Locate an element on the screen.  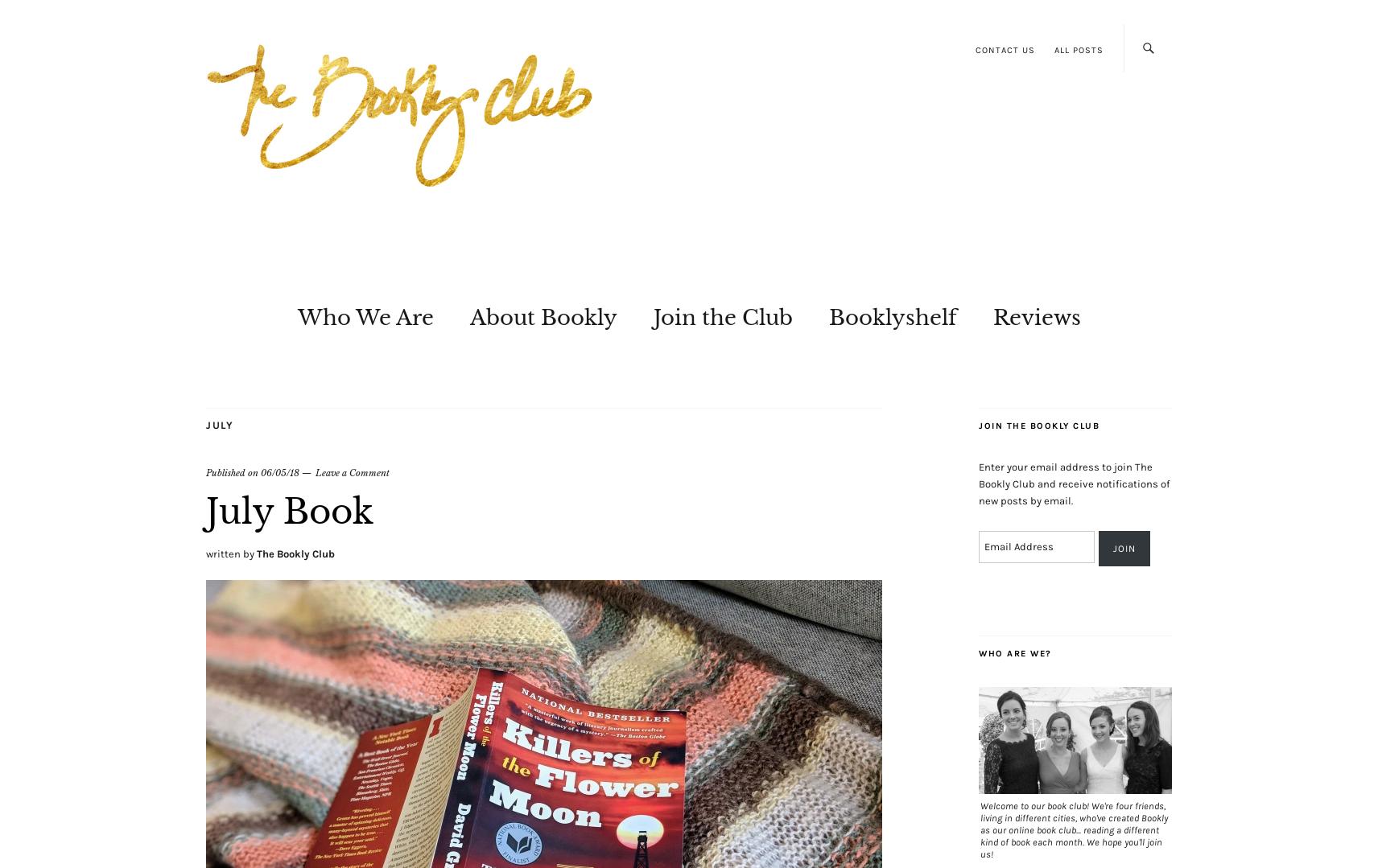
'Join' is located at coordinates (1122, 547).